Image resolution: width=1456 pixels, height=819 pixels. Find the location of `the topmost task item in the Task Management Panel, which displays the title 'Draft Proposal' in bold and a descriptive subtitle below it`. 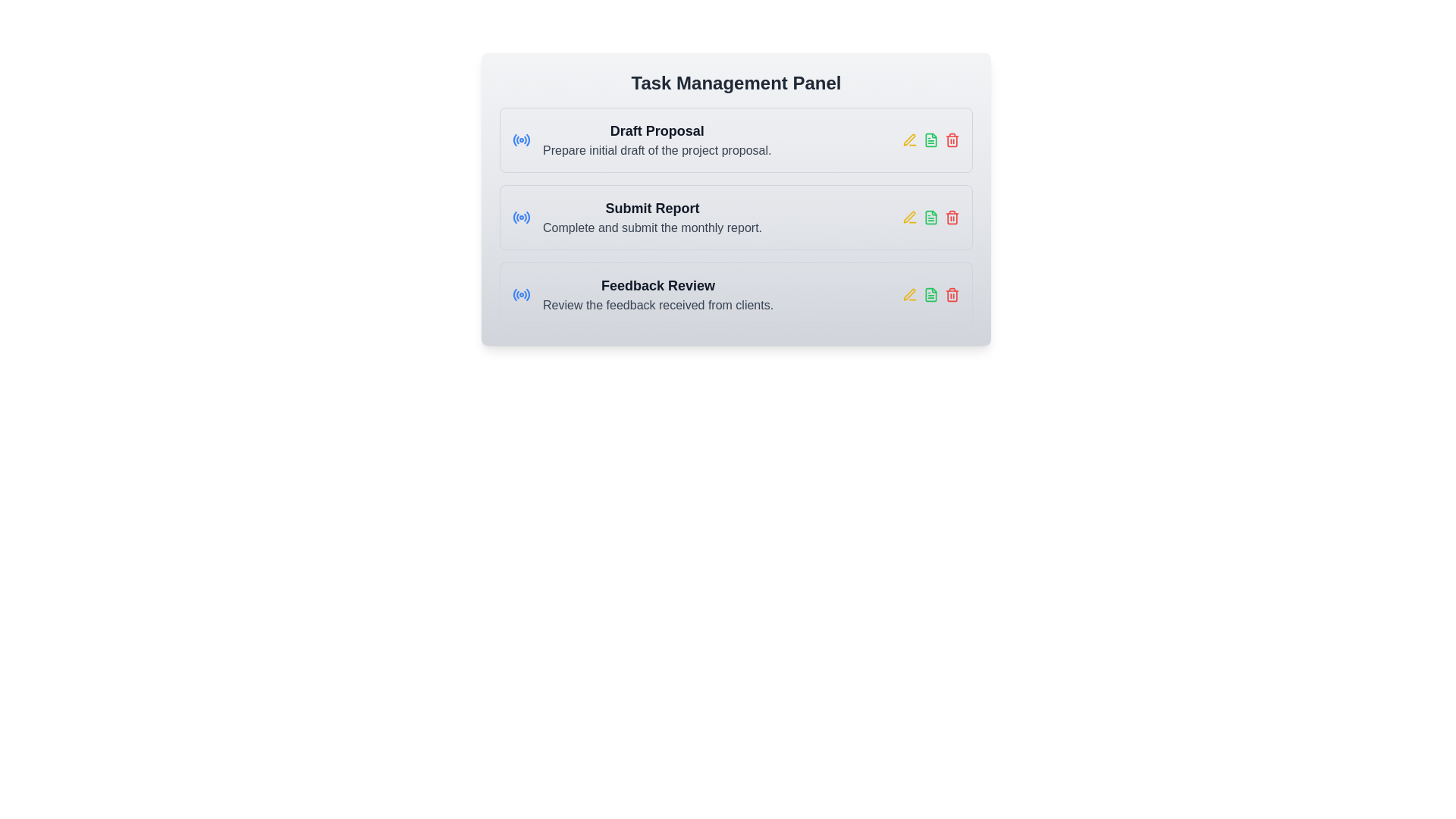

the topmost task item in the Task Management Panel, which displays the title 'Draft Proposal' in bold and a descriptive subtitle below it is located at coordinates (657, 140).